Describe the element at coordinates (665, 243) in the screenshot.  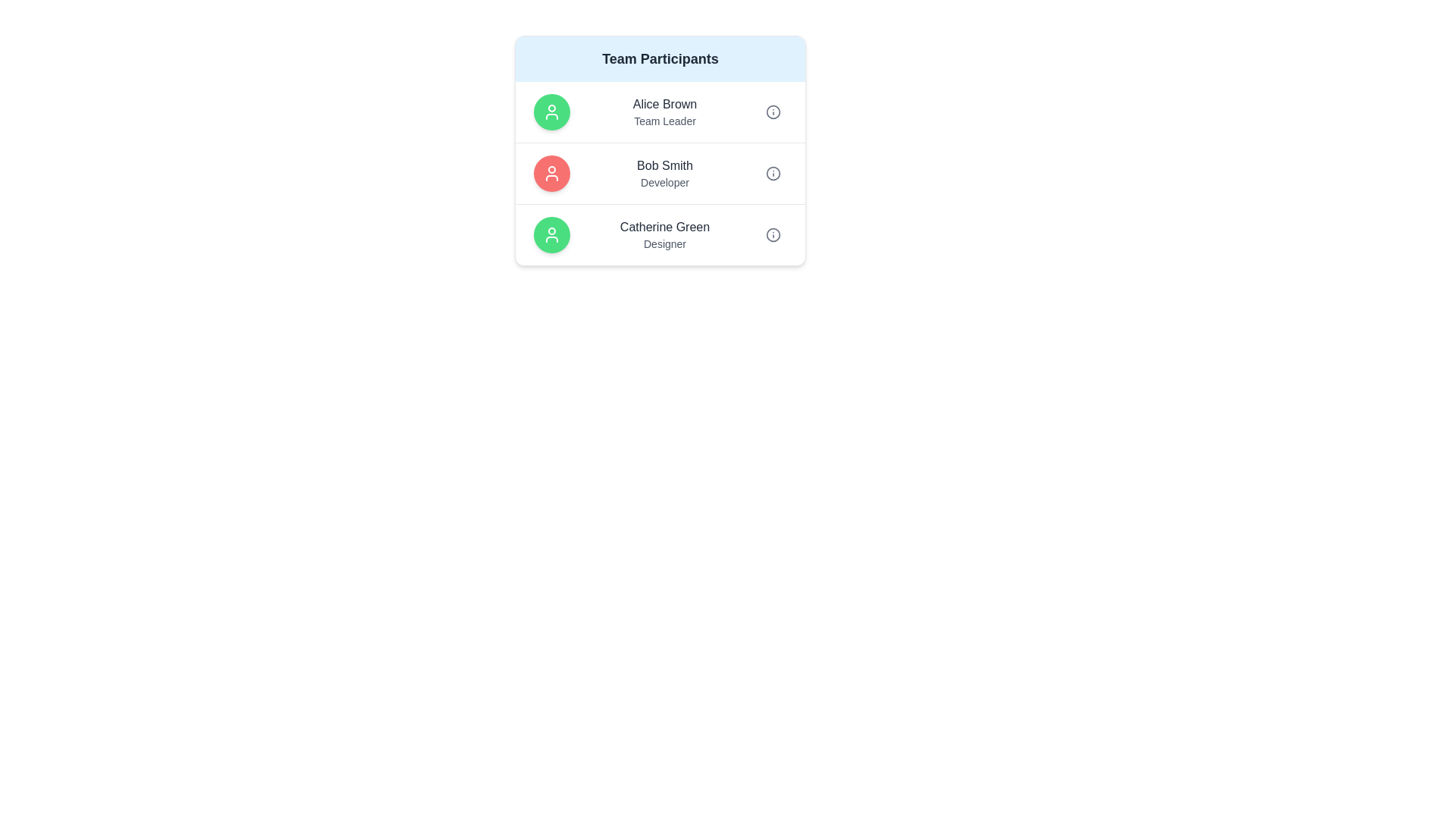
I see `the text label that reads 'Designer', which is styled in light gray and appears below the name 'Catherine Green' in the team participant list` at that location.